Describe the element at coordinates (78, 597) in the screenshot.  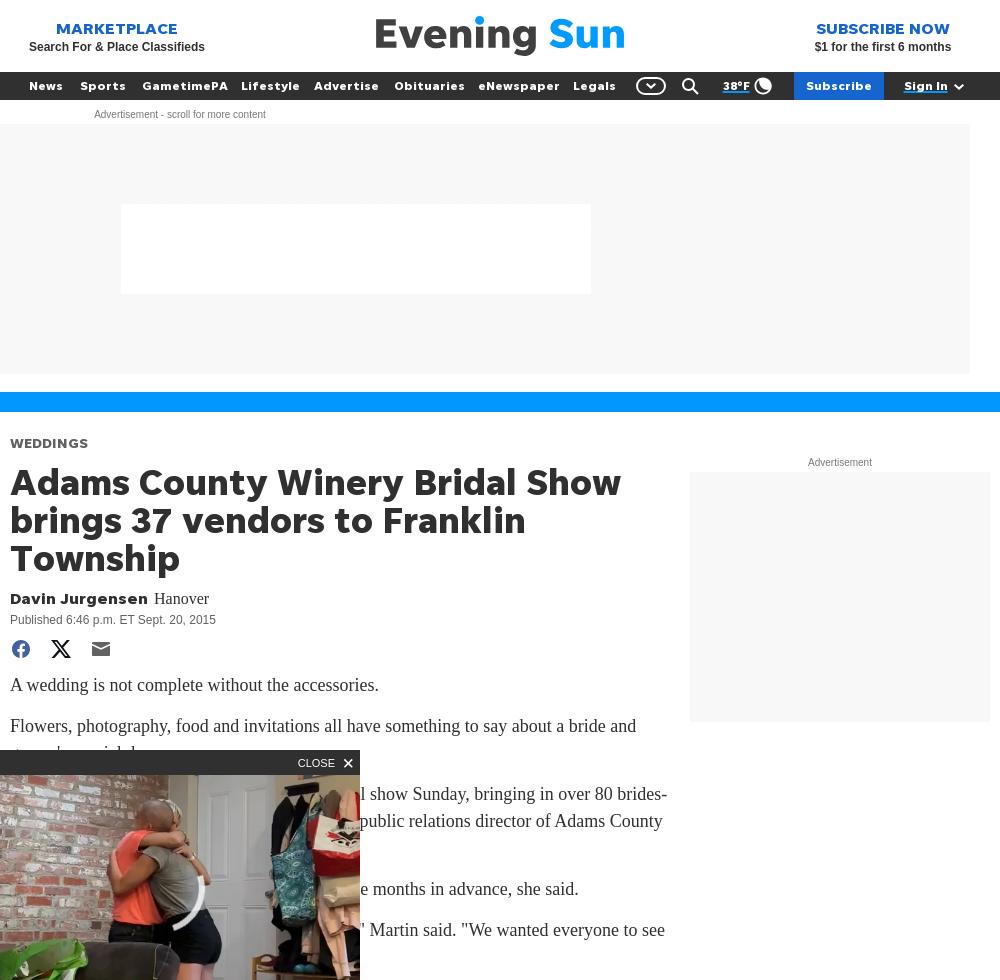
I see `'Davin Jurgensen'` at that location.